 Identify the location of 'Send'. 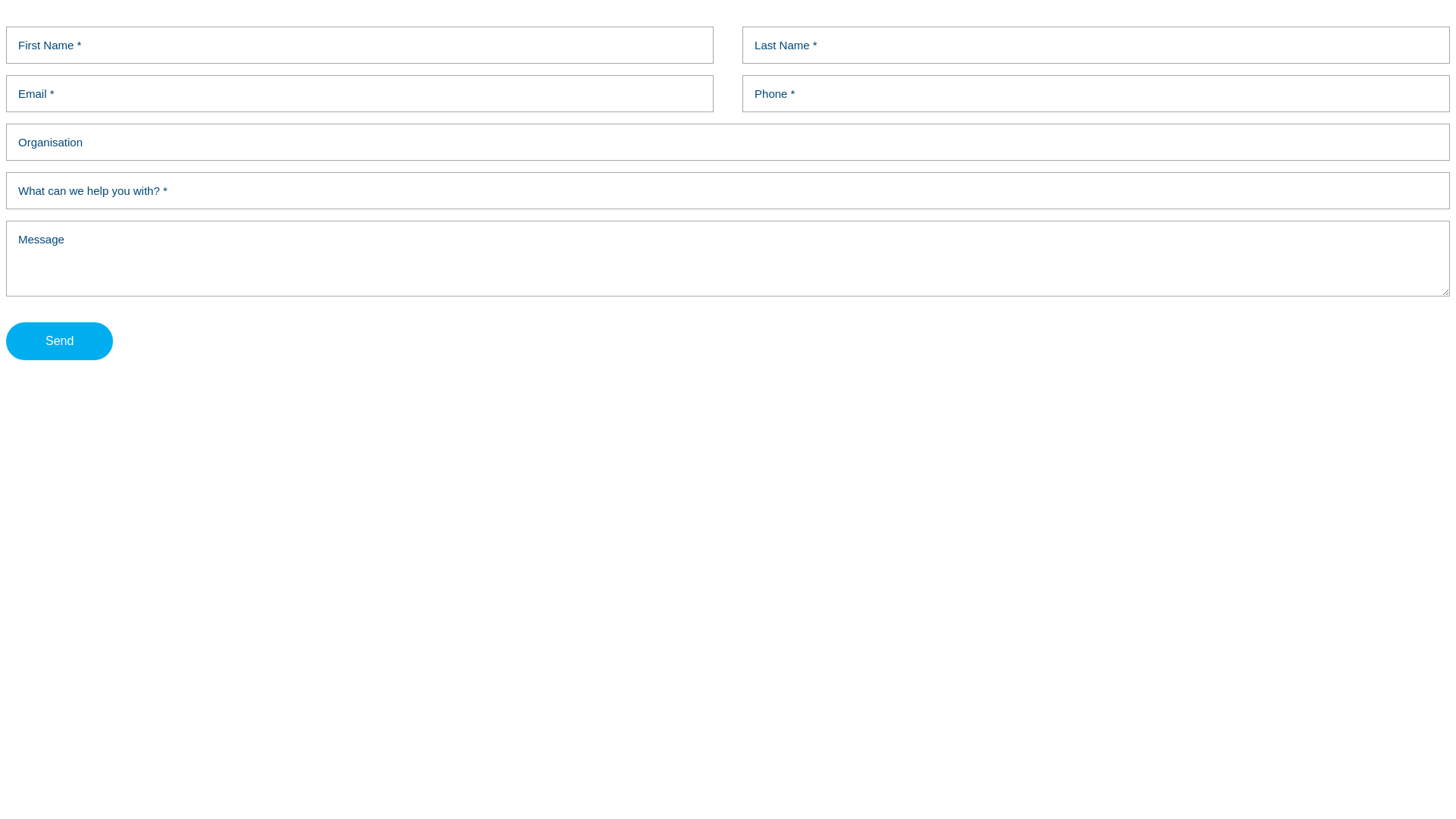
(6, 341).